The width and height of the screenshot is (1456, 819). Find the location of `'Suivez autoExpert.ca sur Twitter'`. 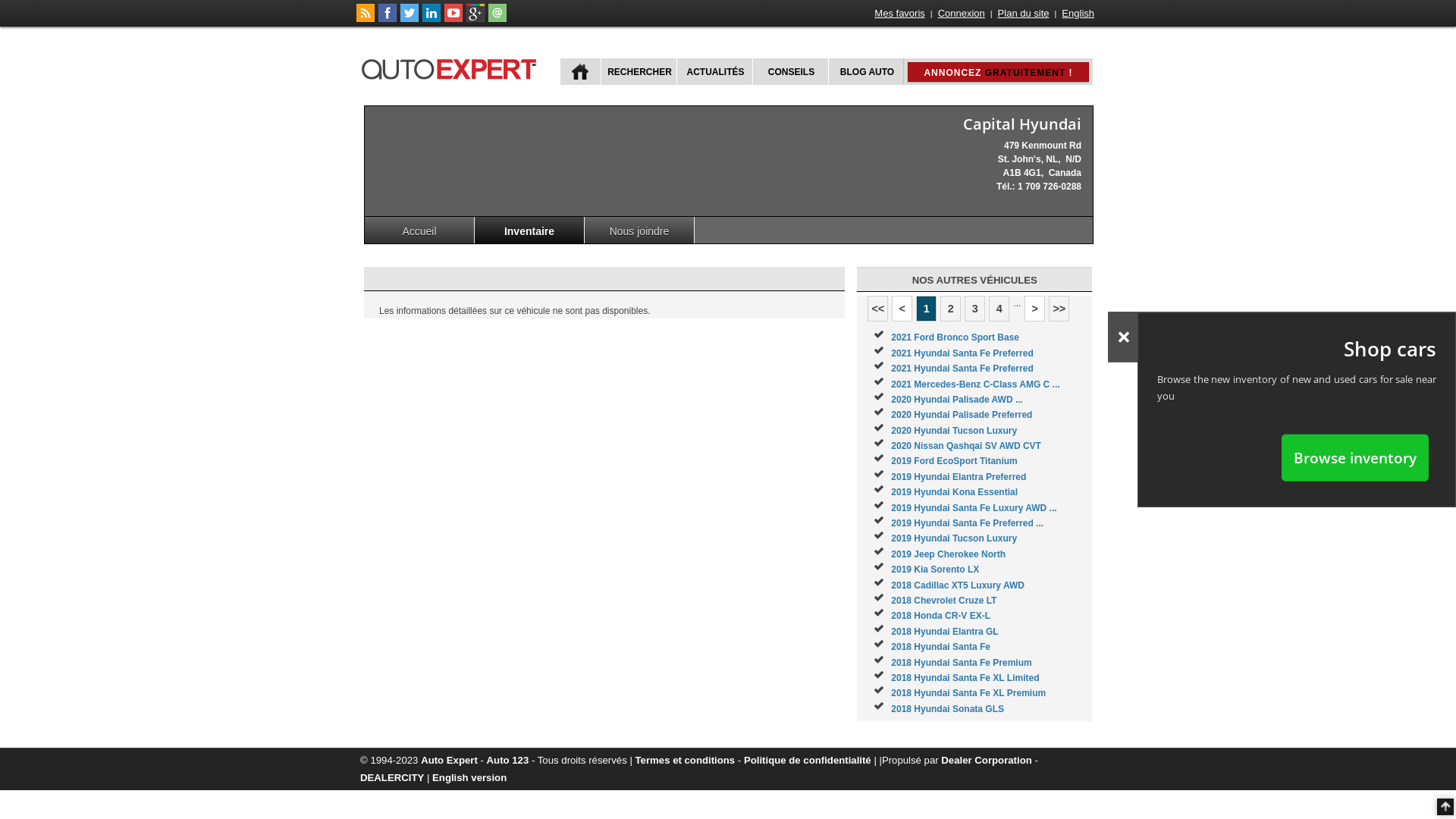

'Suivez autoExpert.ca sur Twitter' is located at coordinates (409, 18).